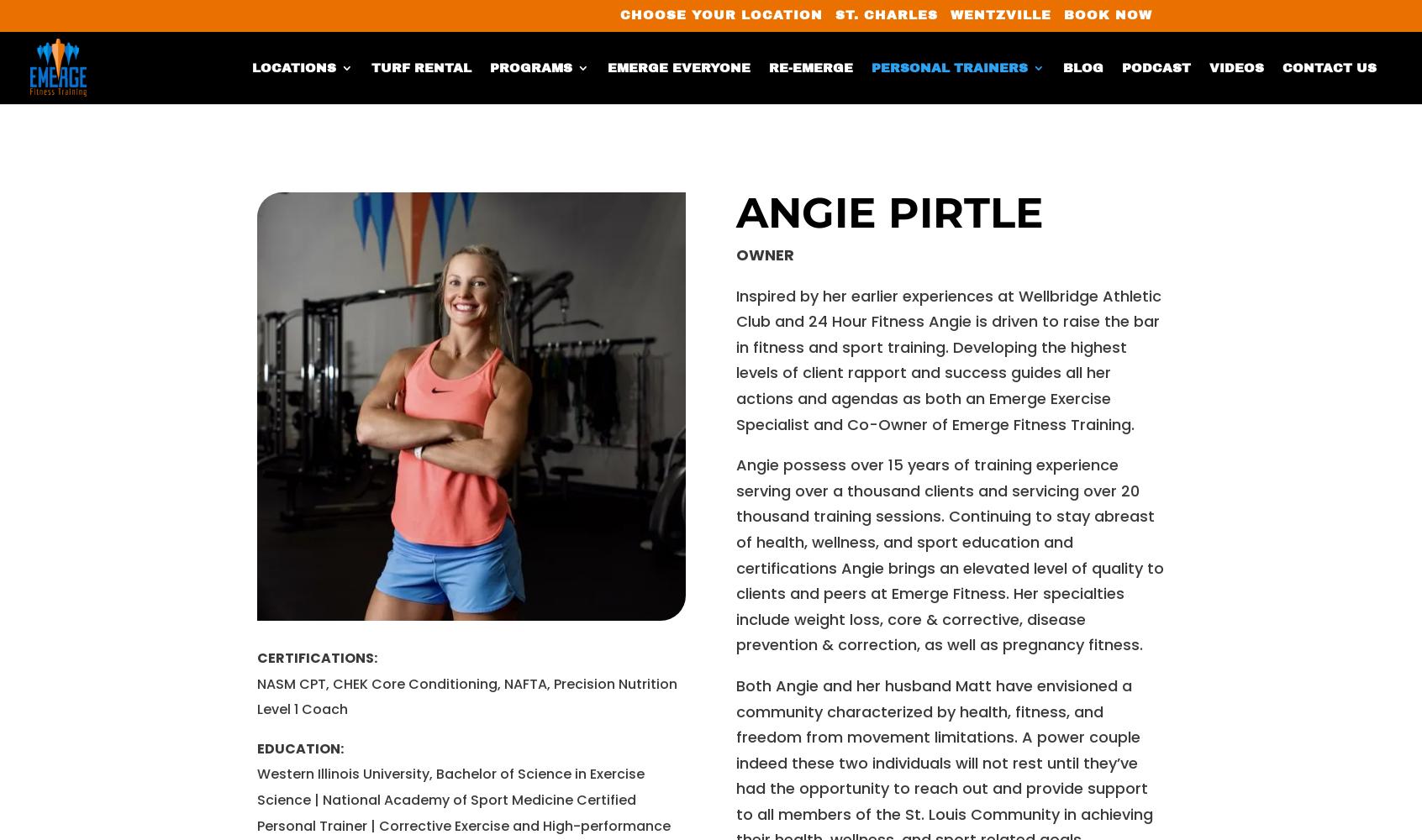 This screenshot has width=1422, height=840. I want to click on 'STEPHEN SIMMONS', so click(940, 705).